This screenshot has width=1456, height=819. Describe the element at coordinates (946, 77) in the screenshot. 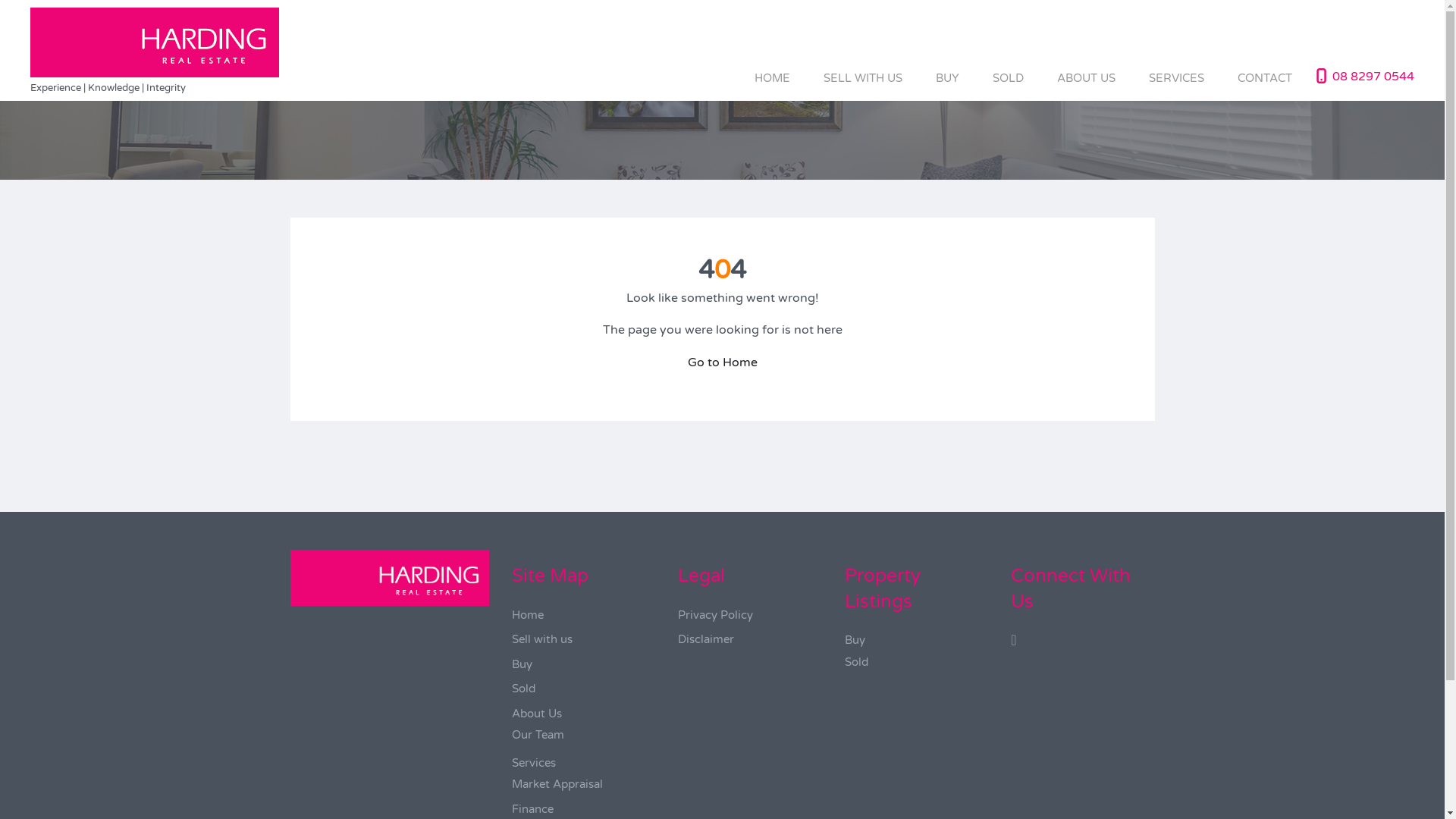

I see `'BUY'` at that location.